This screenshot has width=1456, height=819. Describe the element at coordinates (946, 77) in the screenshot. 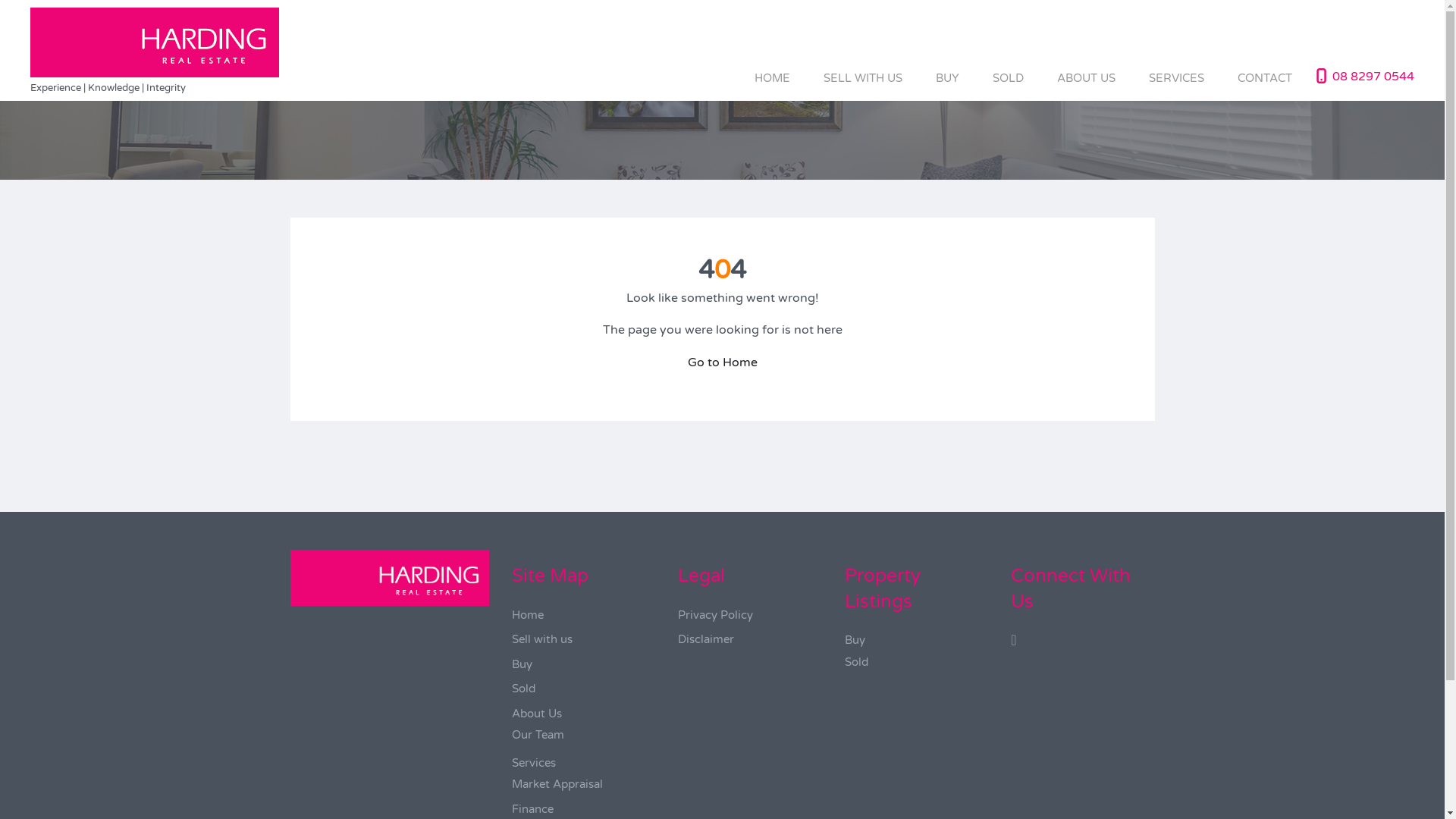

I see `'BUY'` at that location.